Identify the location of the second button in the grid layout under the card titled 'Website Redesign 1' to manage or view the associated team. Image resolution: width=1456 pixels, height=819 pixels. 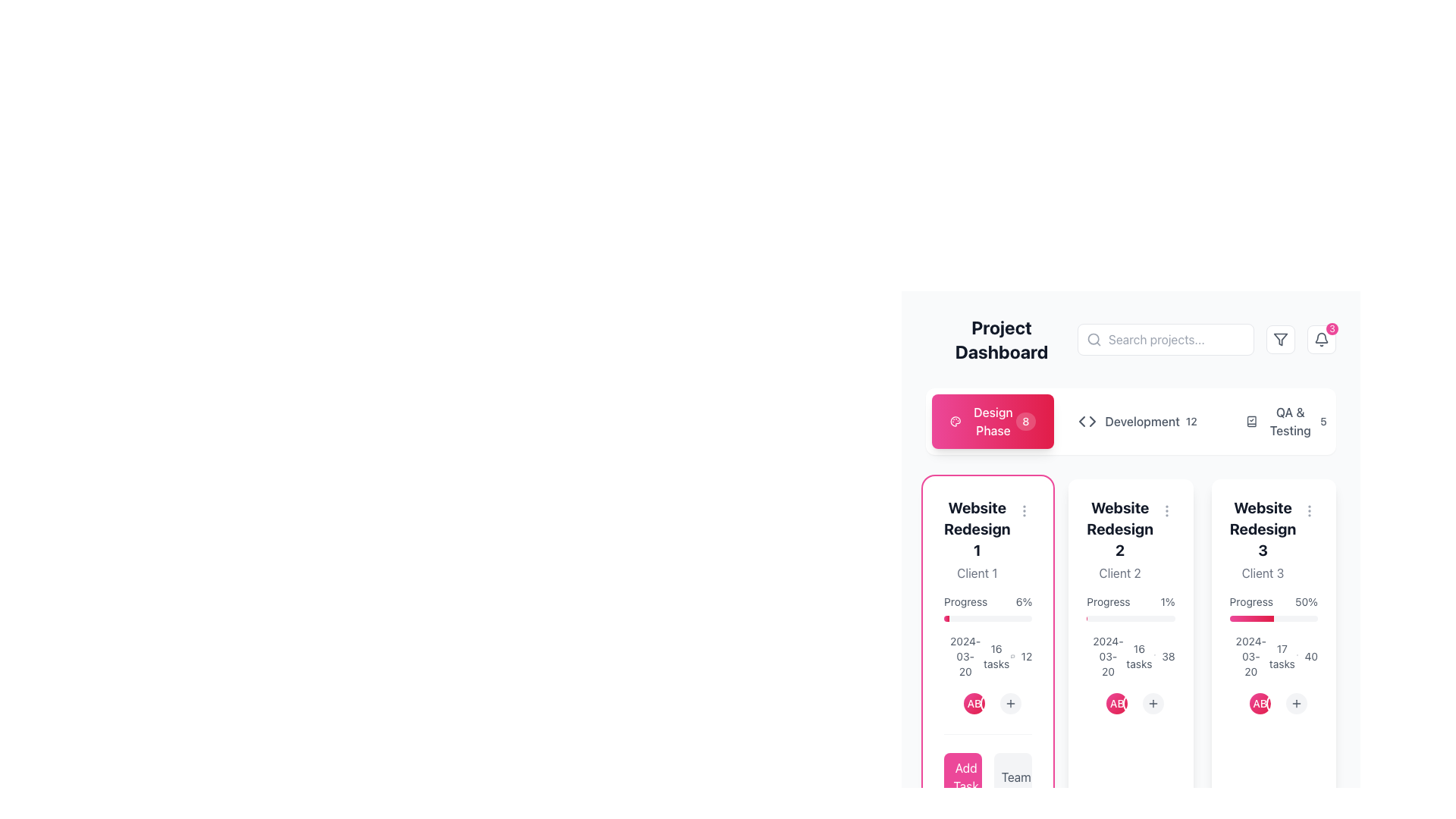
(1012, 777).